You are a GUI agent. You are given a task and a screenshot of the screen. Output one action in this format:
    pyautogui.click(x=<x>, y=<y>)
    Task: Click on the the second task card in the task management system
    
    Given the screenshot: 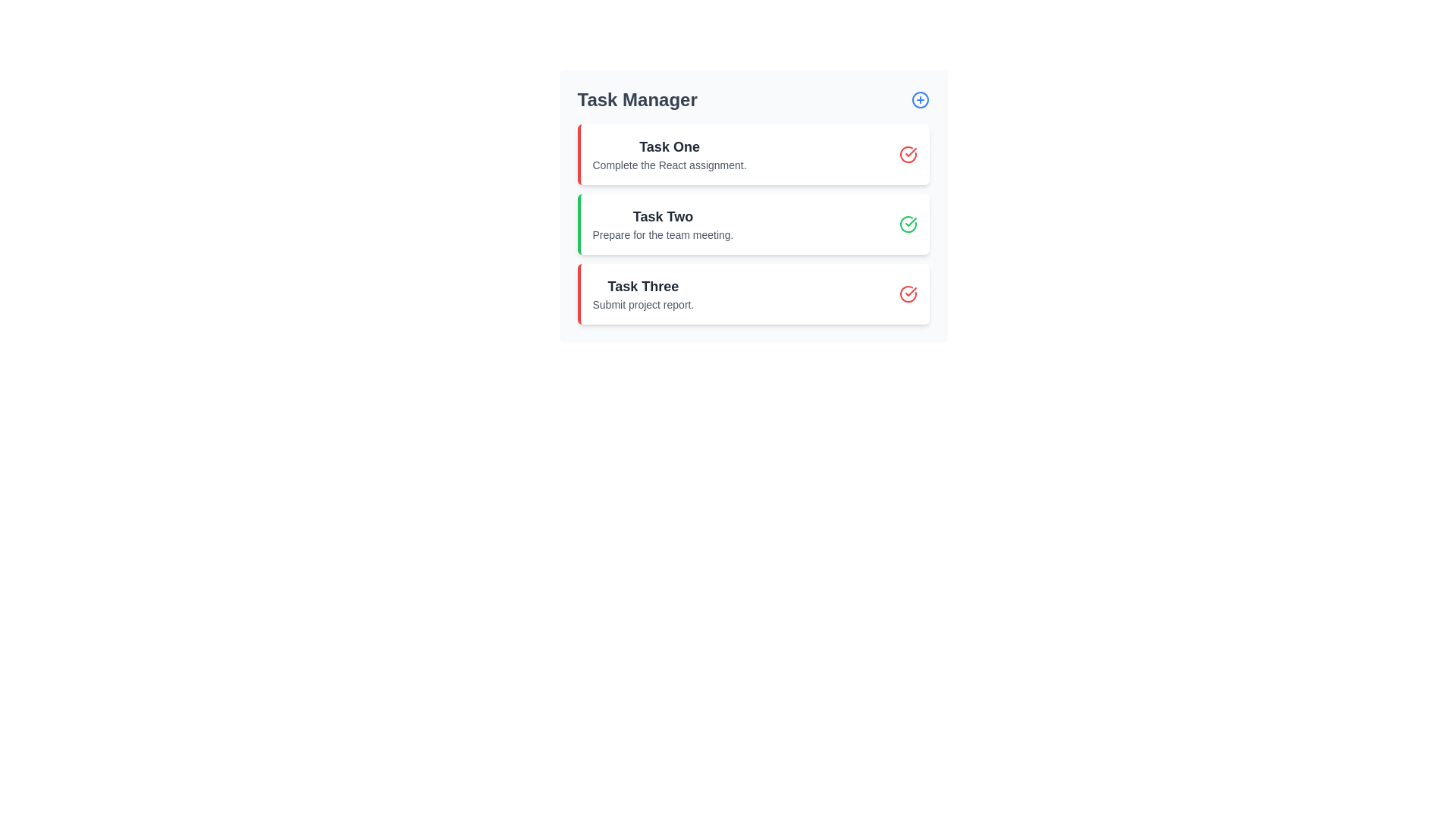 What is the action you would take?
    pyautogui.click(x=753, y=224)
    